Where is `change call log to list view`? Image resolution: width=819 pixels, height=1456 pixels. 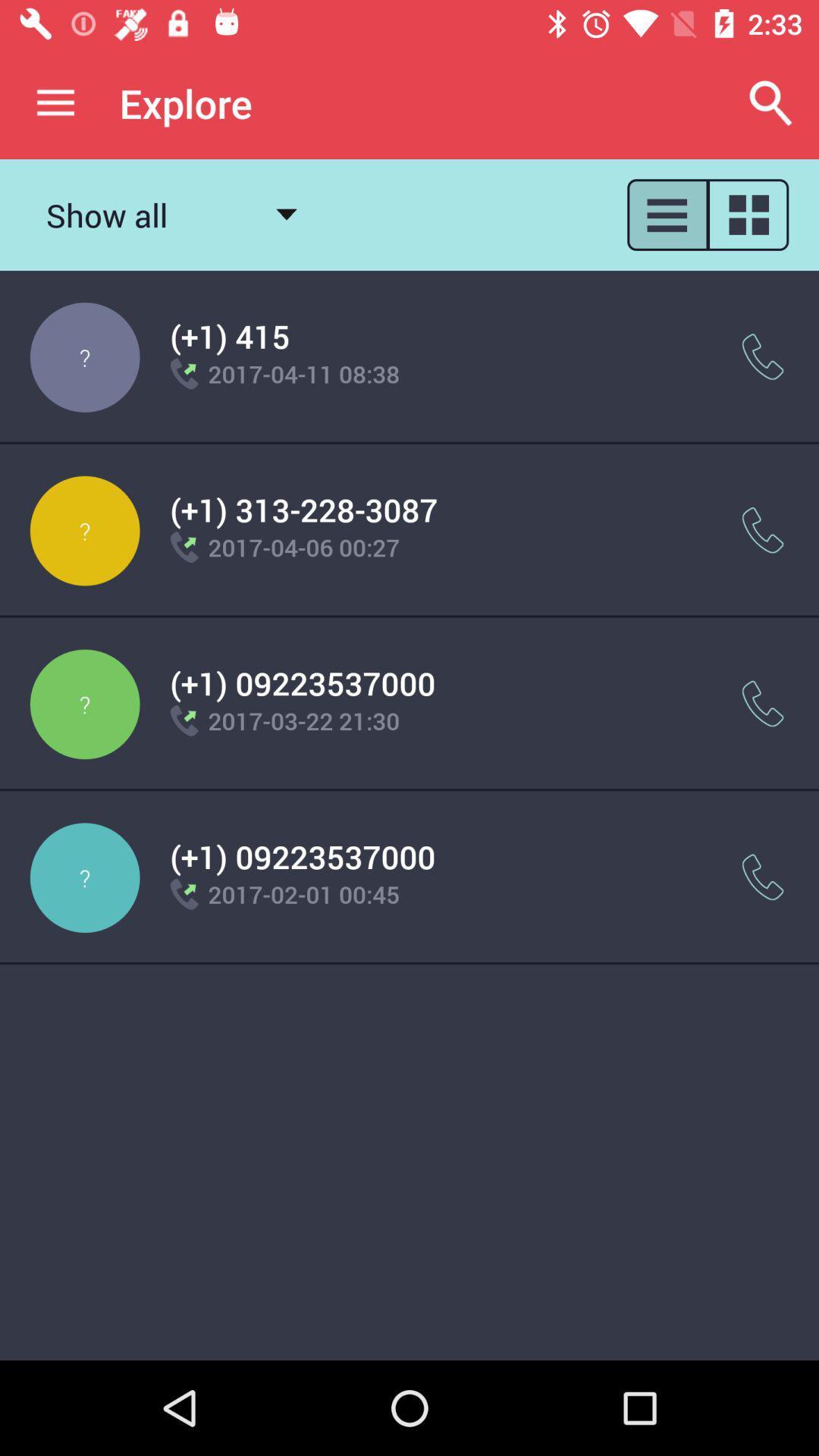 change call log to list view is located at coordinates (666, 214).